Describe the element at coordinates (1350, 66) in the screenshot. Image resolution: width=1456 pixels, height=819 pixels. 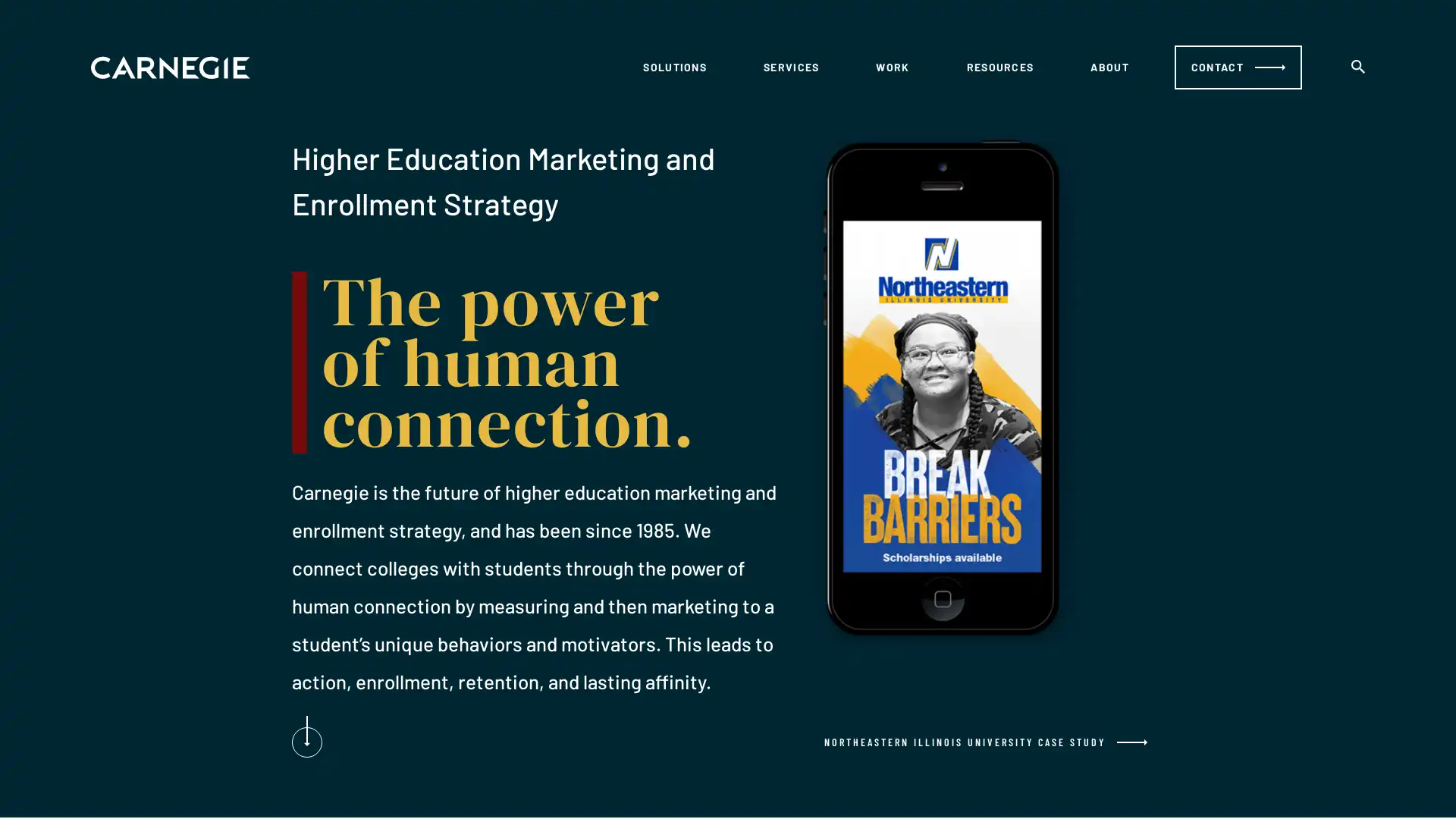
I see `search` at that location.